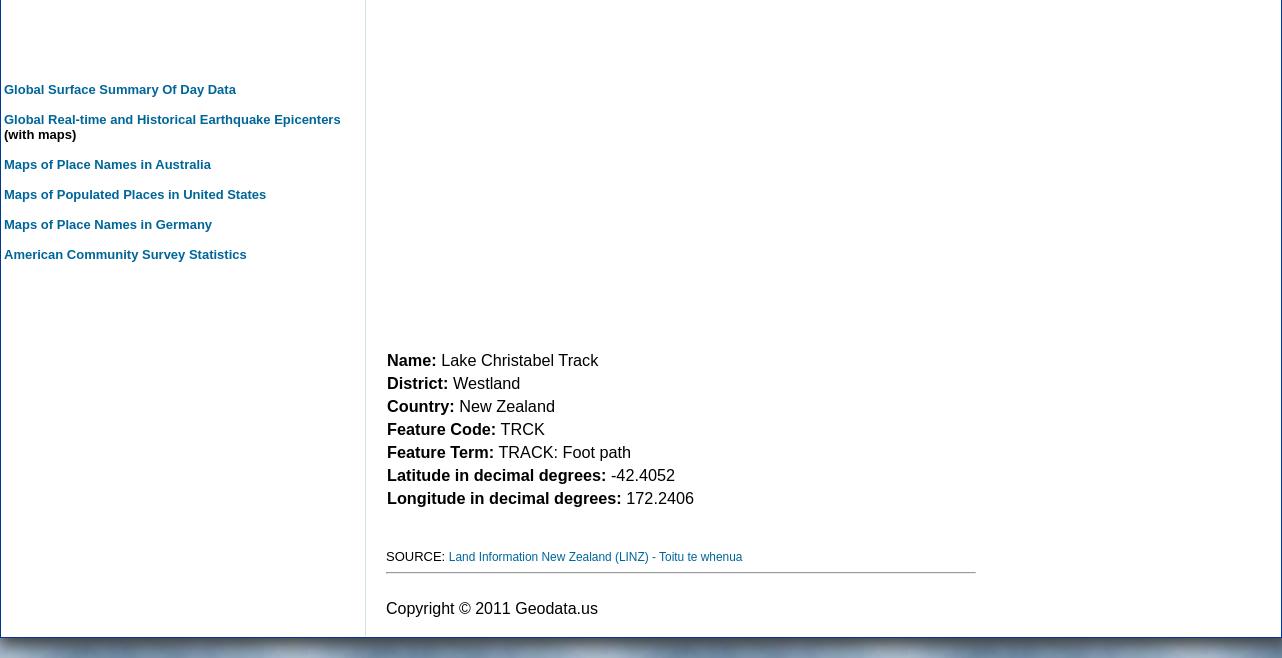 The height and width of the screenshot is (658, 1282). What do you see at coordinates (448, 555) in the screenshot?
I see `'Land Information New Zealand (LINZ) - Toitu te whenua'` at bounding box center [448, 555].